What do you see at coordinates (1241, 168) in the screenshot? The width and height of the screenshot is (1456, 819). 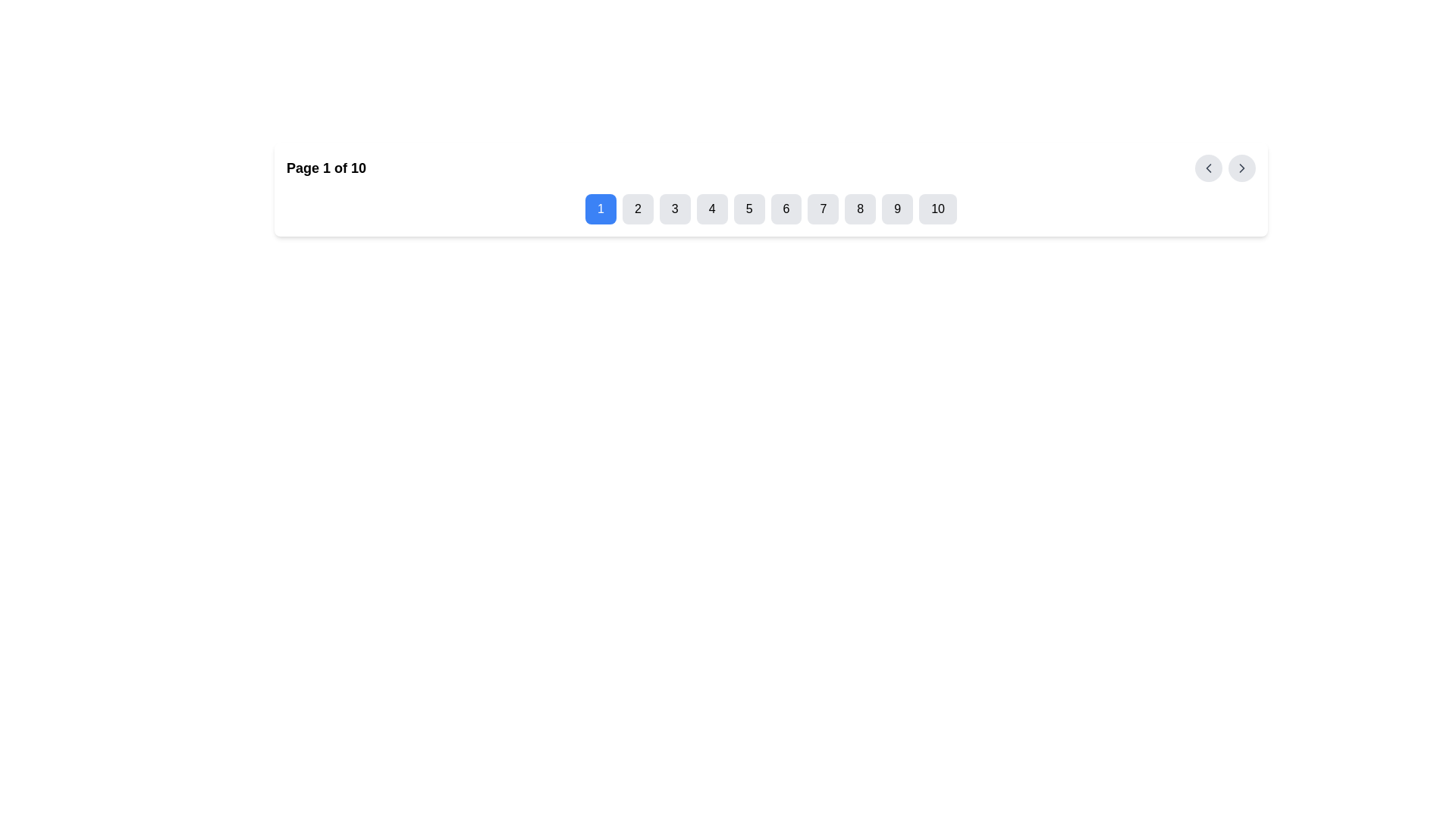 I see `the 'next' button located at the far right of the pagination controls` at bounding box center [1241, 168].